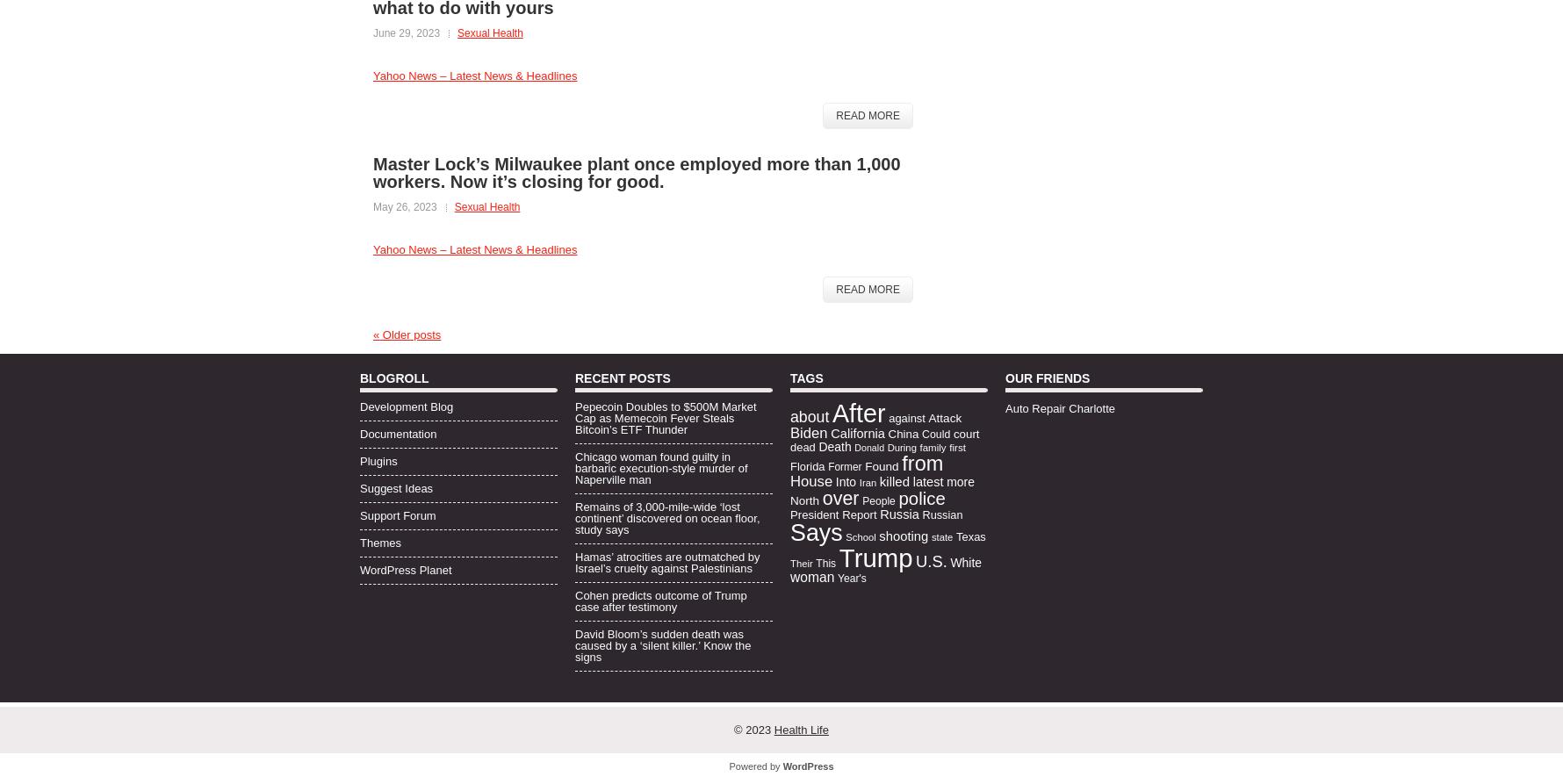  What do you see at coordinates (804, 499) in the screenshot?
I see `'North'` at bounding box center [804, 499].